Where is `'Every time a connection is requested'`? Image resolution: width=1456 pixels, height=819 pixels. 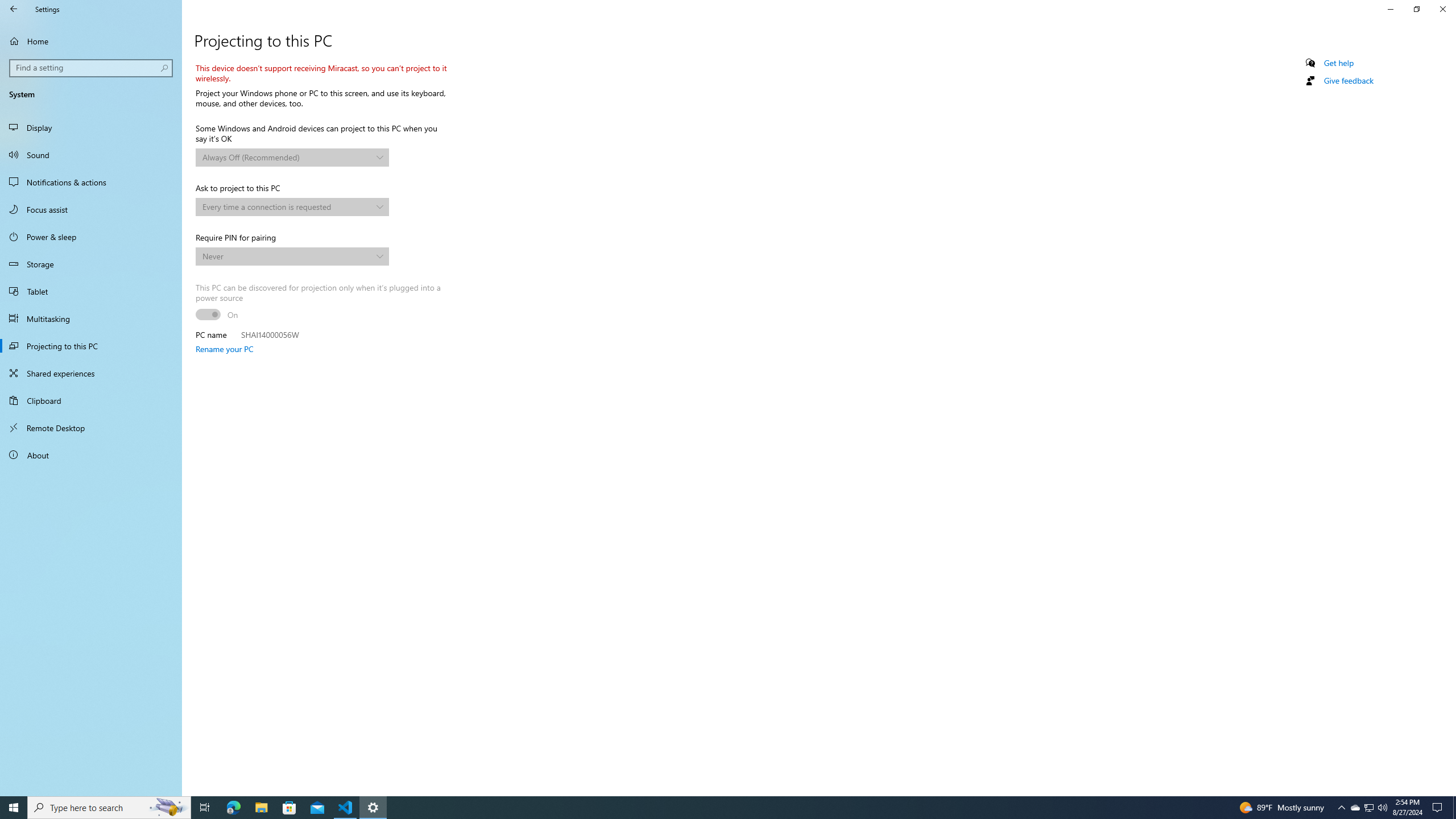
'Every time a connection is requested' is located at coordinates (287, 206).